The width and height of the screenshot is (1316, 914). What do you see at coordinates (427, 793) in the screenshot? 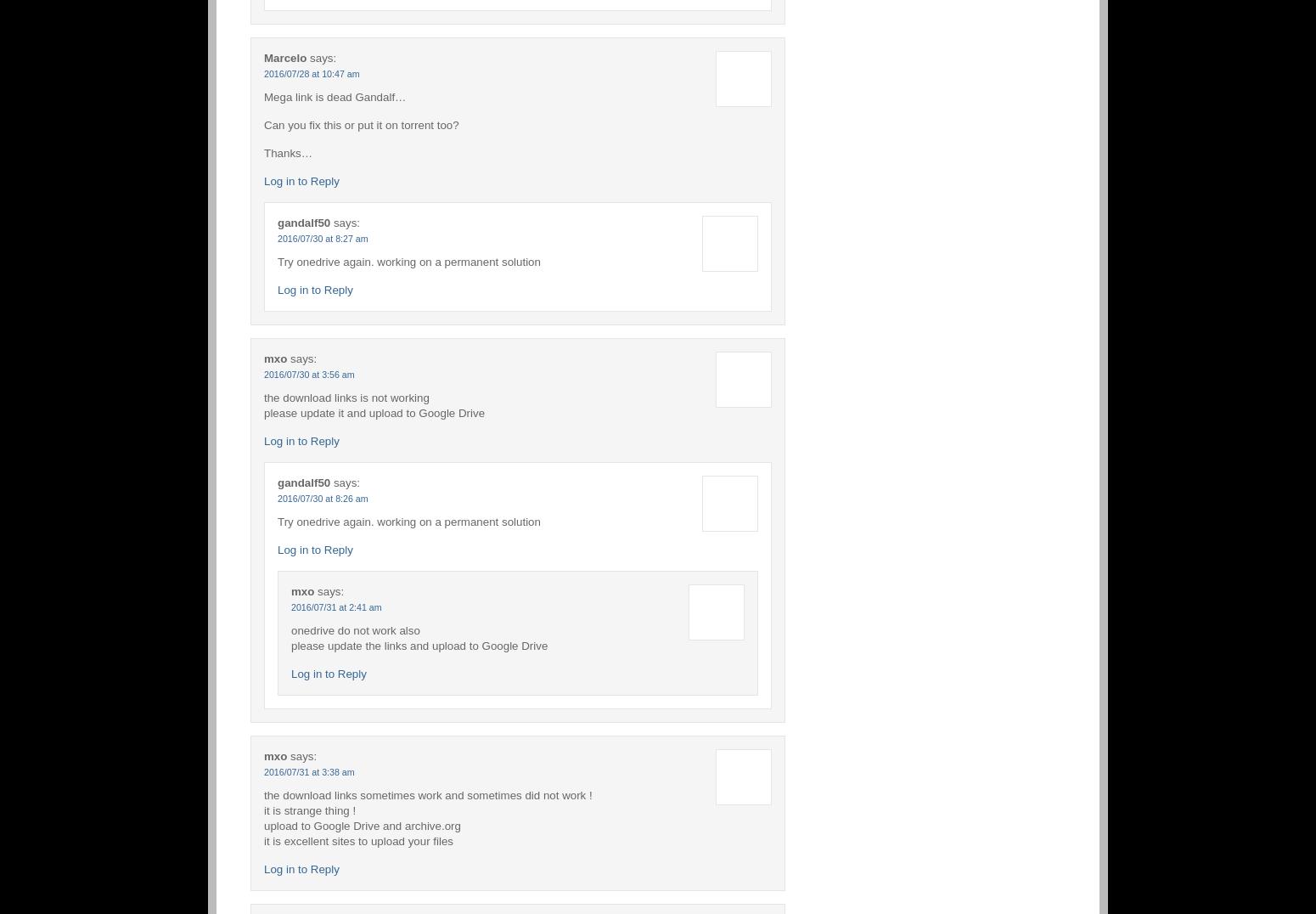
I see `'the download links sometimes work and sometimes did not work !'` at bounding box center [427, 793].